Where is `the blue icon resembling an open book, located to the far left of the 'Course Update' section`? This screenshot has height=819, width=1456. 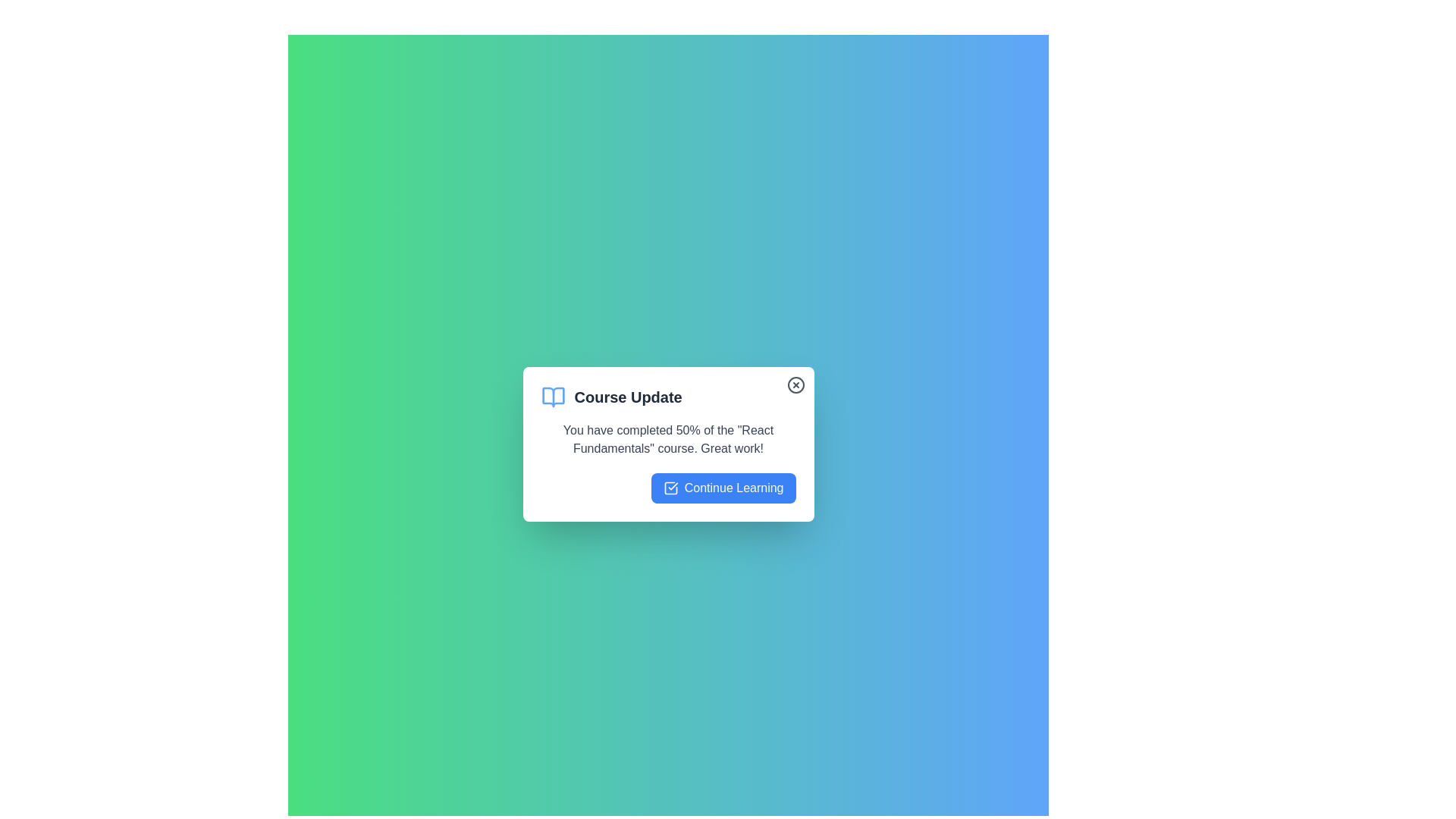 the blue icon resembling an open book, located to the far left of the 'Course Update' section is located at coordinates (552, 397).